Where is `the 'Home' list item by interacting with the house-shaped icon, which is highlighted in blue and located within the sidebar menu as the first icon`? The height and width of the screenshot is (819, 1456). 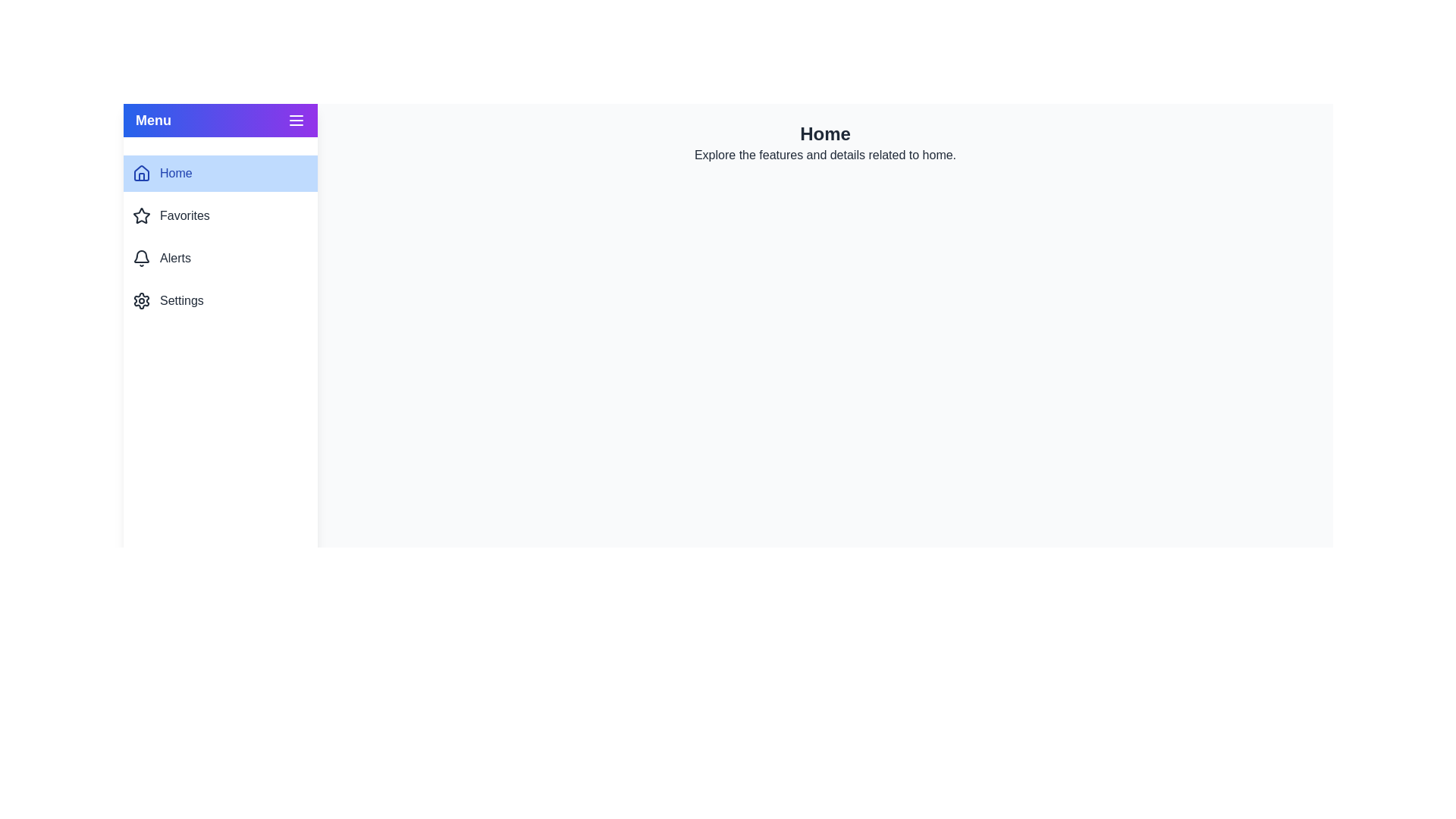
the 'Home' list item by interacting with the house-shaped icon, which is highlighted in blue and located within the sidebar menu as the first icon is located at coordinates (142, 172).